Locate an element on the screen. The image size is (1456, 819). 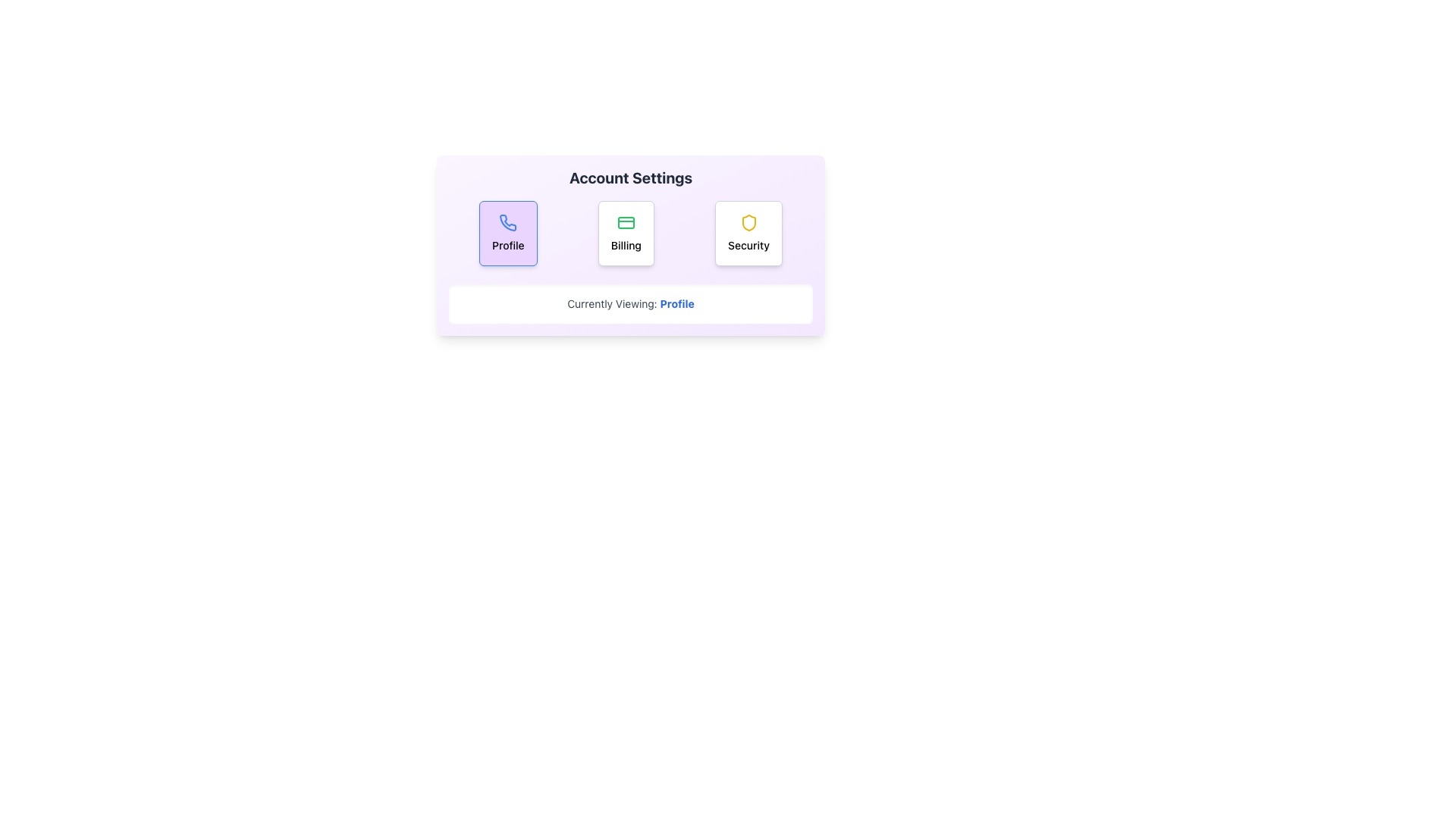
the credit card icon element in the 'Billing' section under 'Account Settings' is located at coordinates (626, 222).